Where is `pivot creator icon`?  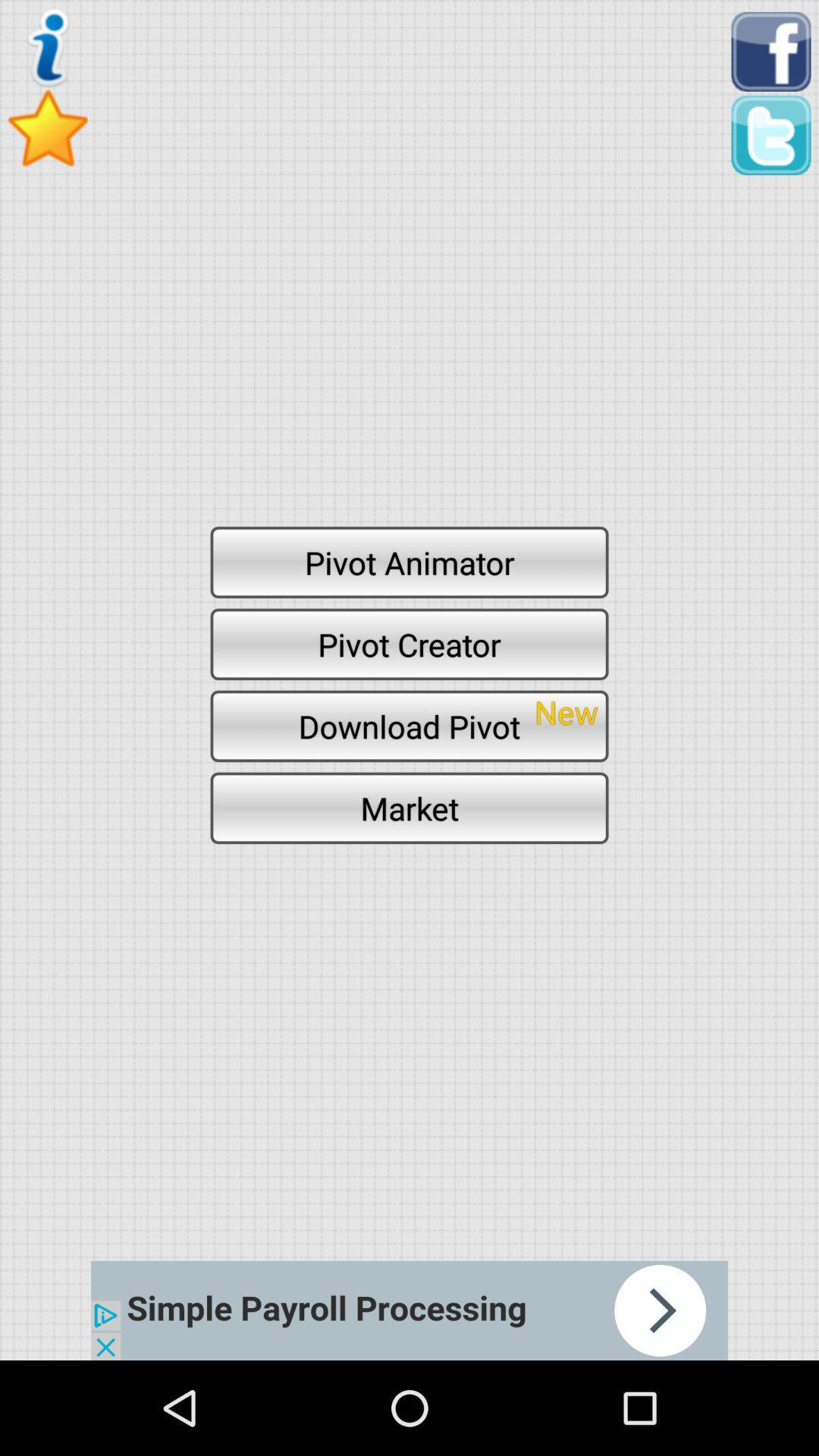
pivot creator icon is located at coordinates (409, 644).